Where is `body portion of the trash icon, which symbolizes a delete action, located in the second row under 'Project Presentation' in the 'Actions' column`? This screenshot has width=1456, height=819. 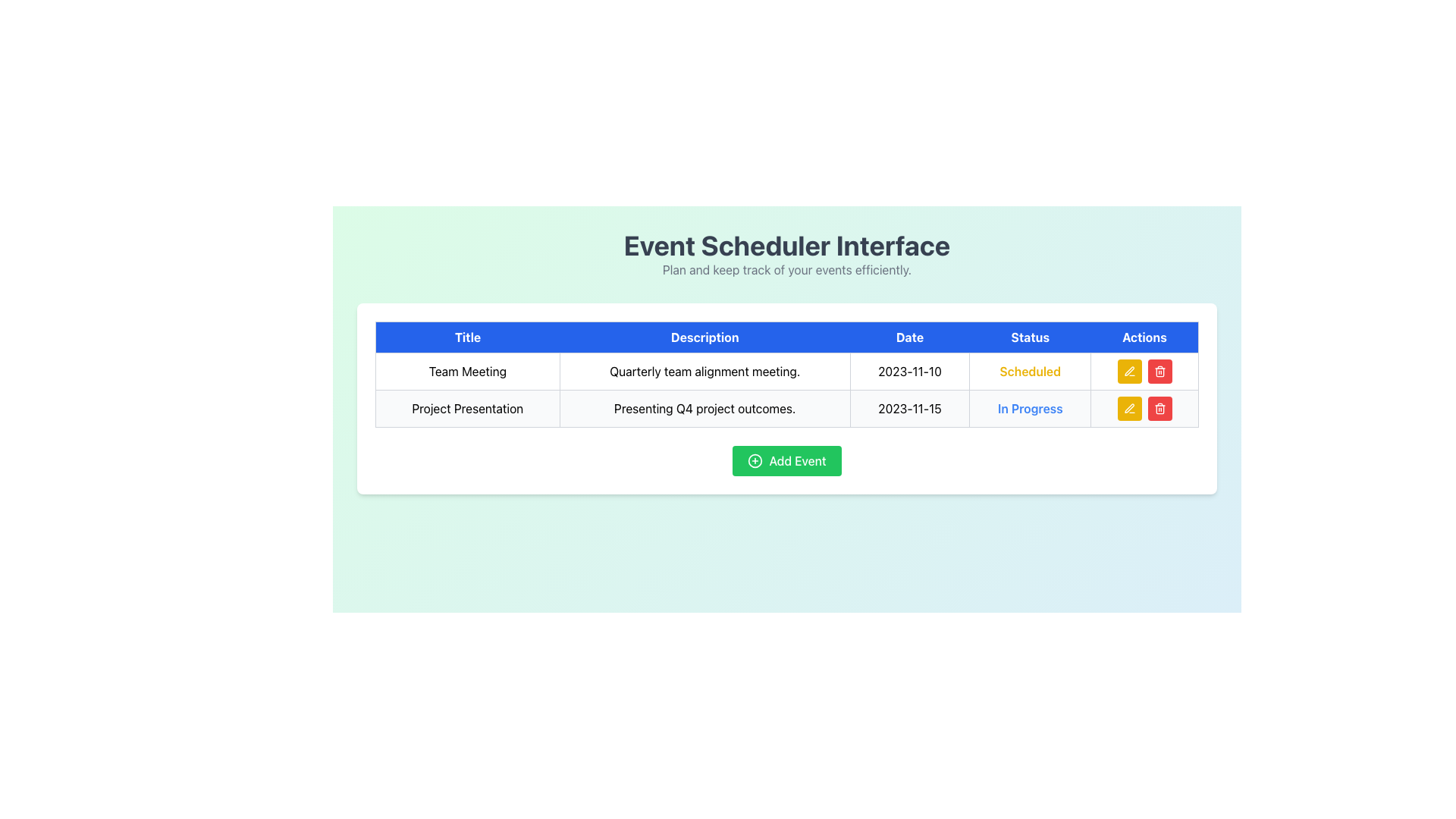
body portion of the trash icon, which symbolizes a delete action, located in the second row under 'Project Presentation' in the 'Actions' column is located at coordinates (1159, 409).